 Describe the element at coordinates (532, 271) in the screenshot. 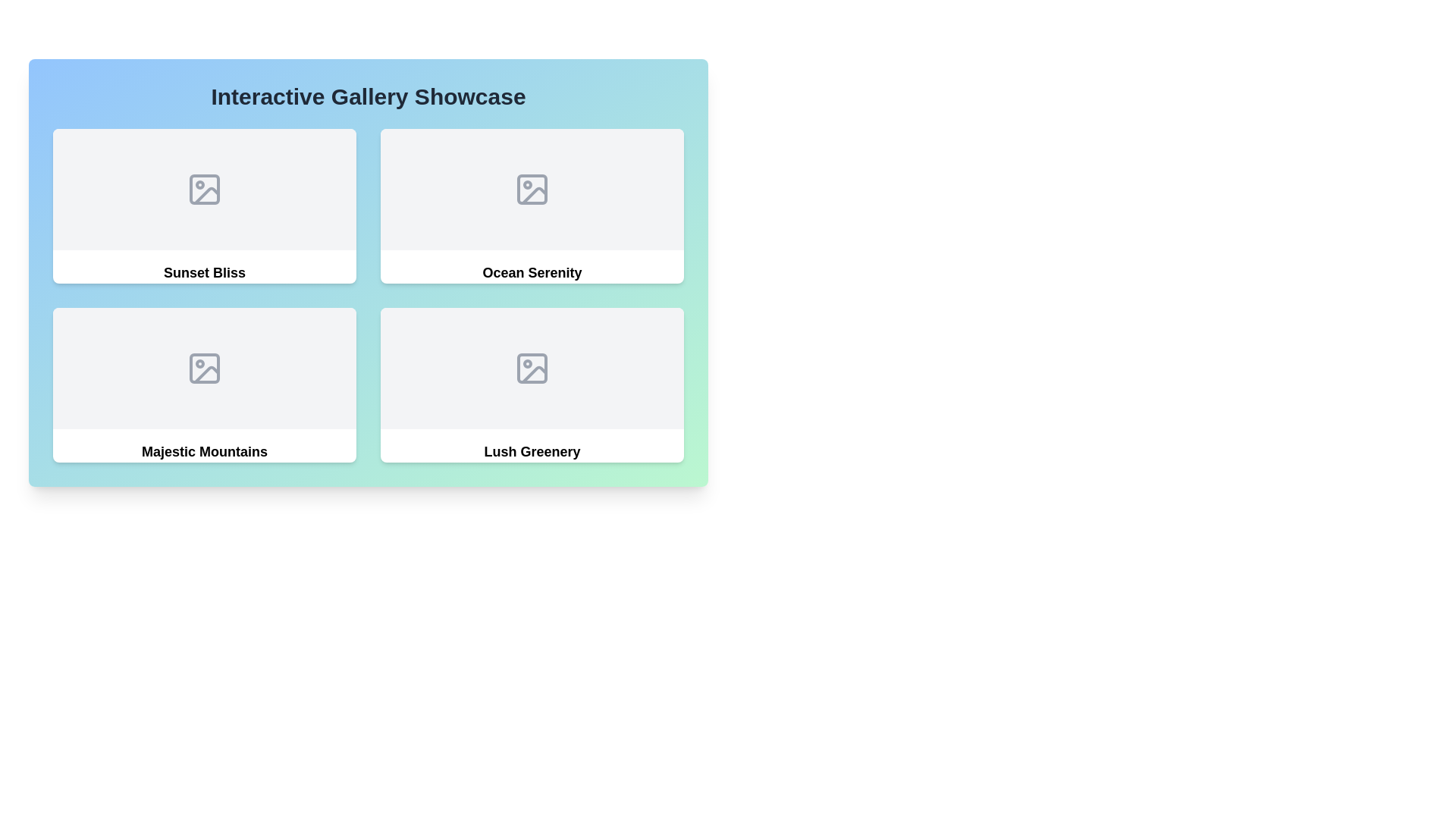

I see `the text element that says 'Ocean Serenity', which is styled with a semibold font weight and located in the top-right position of the white card-like component` at that location.